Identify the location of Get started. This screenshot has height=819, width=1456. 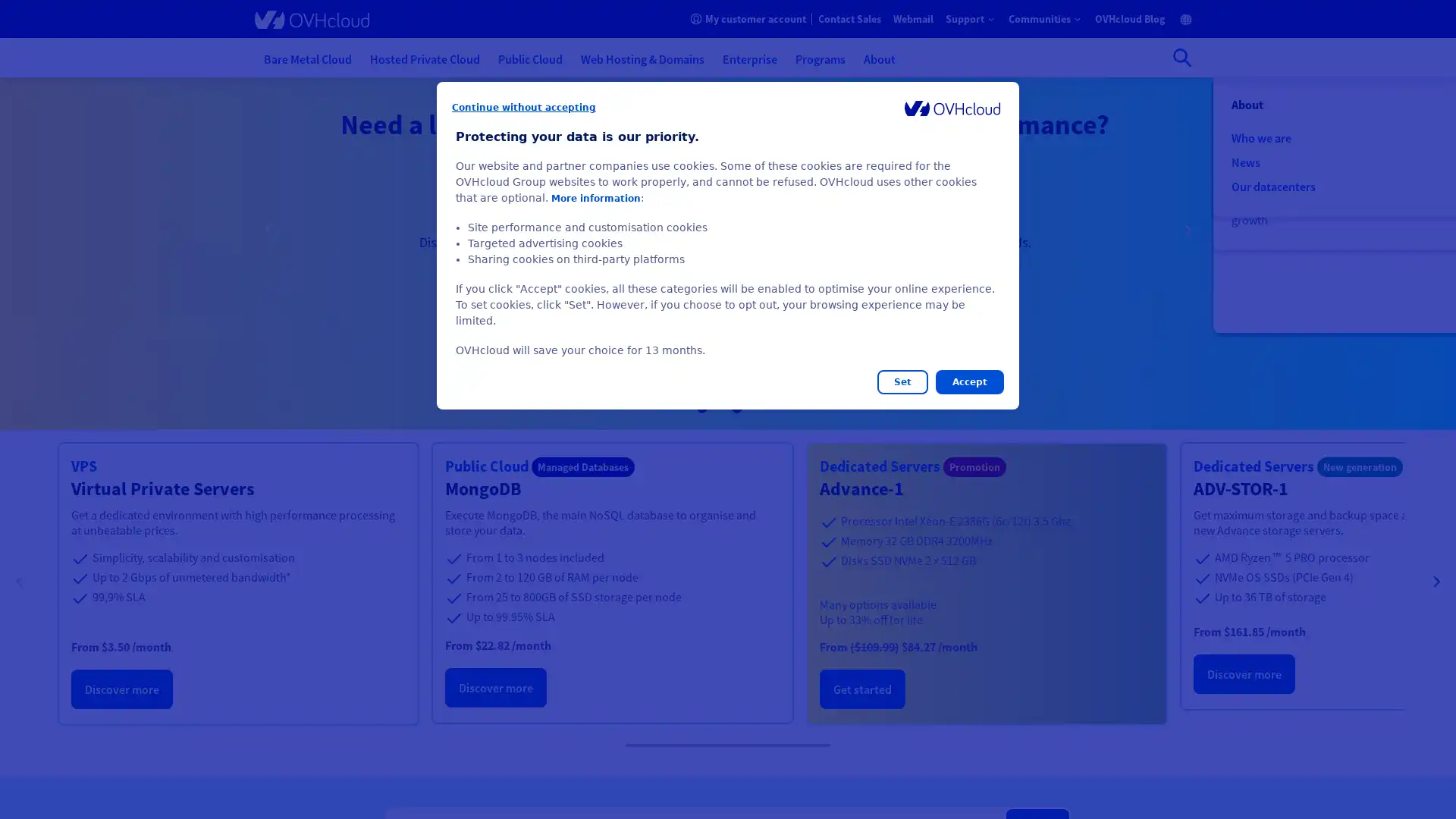
(861, 689).